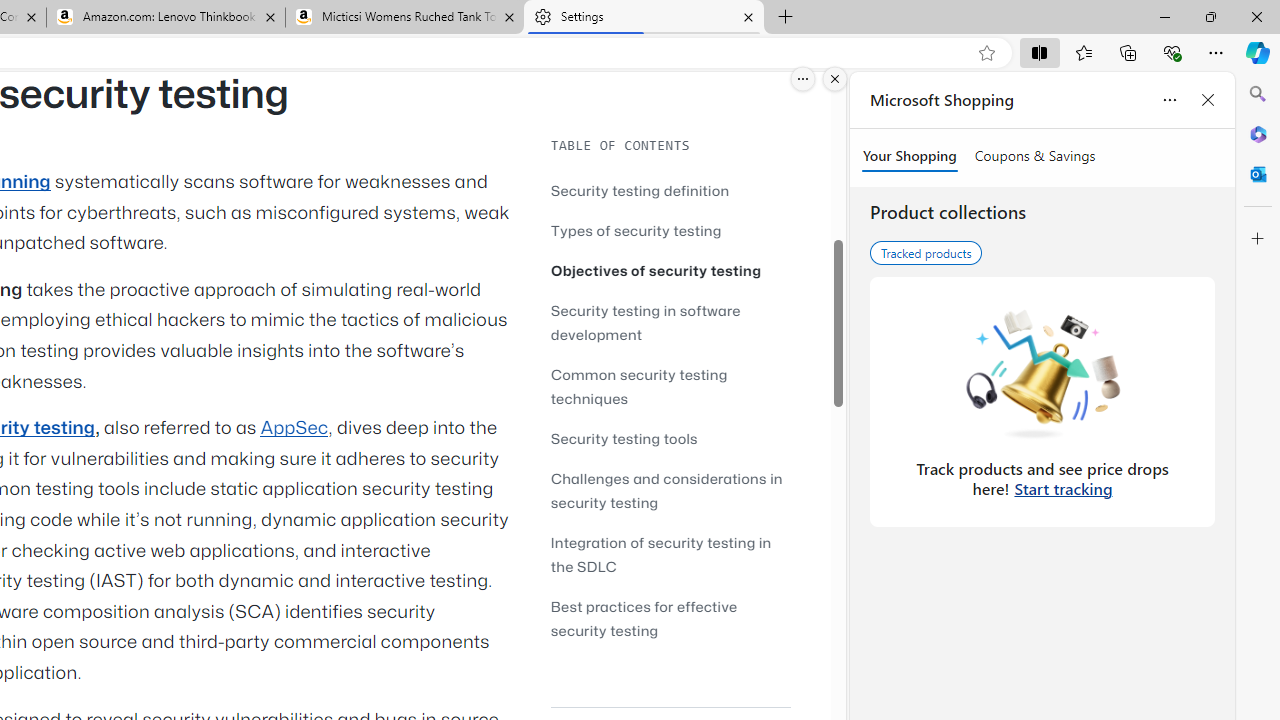 Image resolution: width=1280 pixels, height=720 pixels. I want to click on 'Best practices for effective security testing', so click(670, 617).